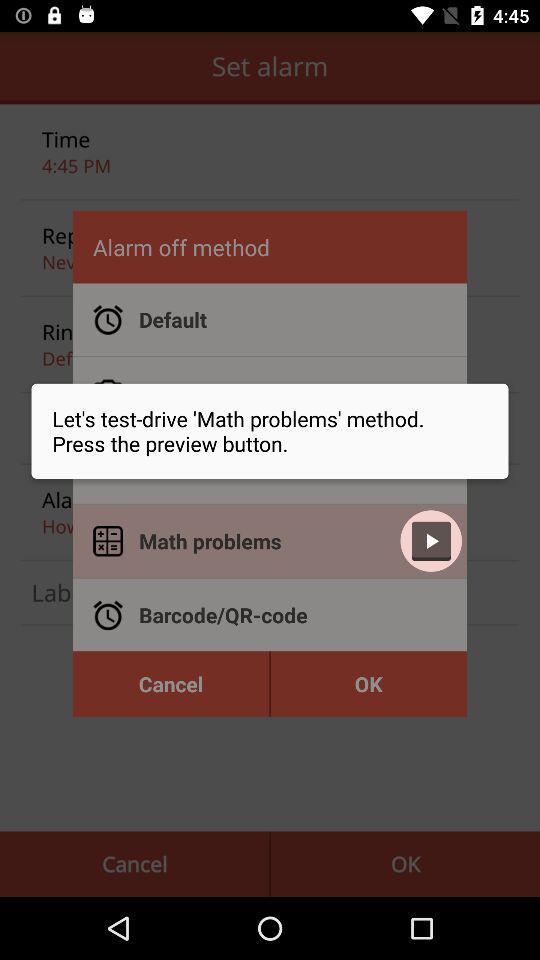 This screenshot has height=960, width=540. Describe the element at coordinates (430, 541) in the screenshot. I see `the play icon` at that location.